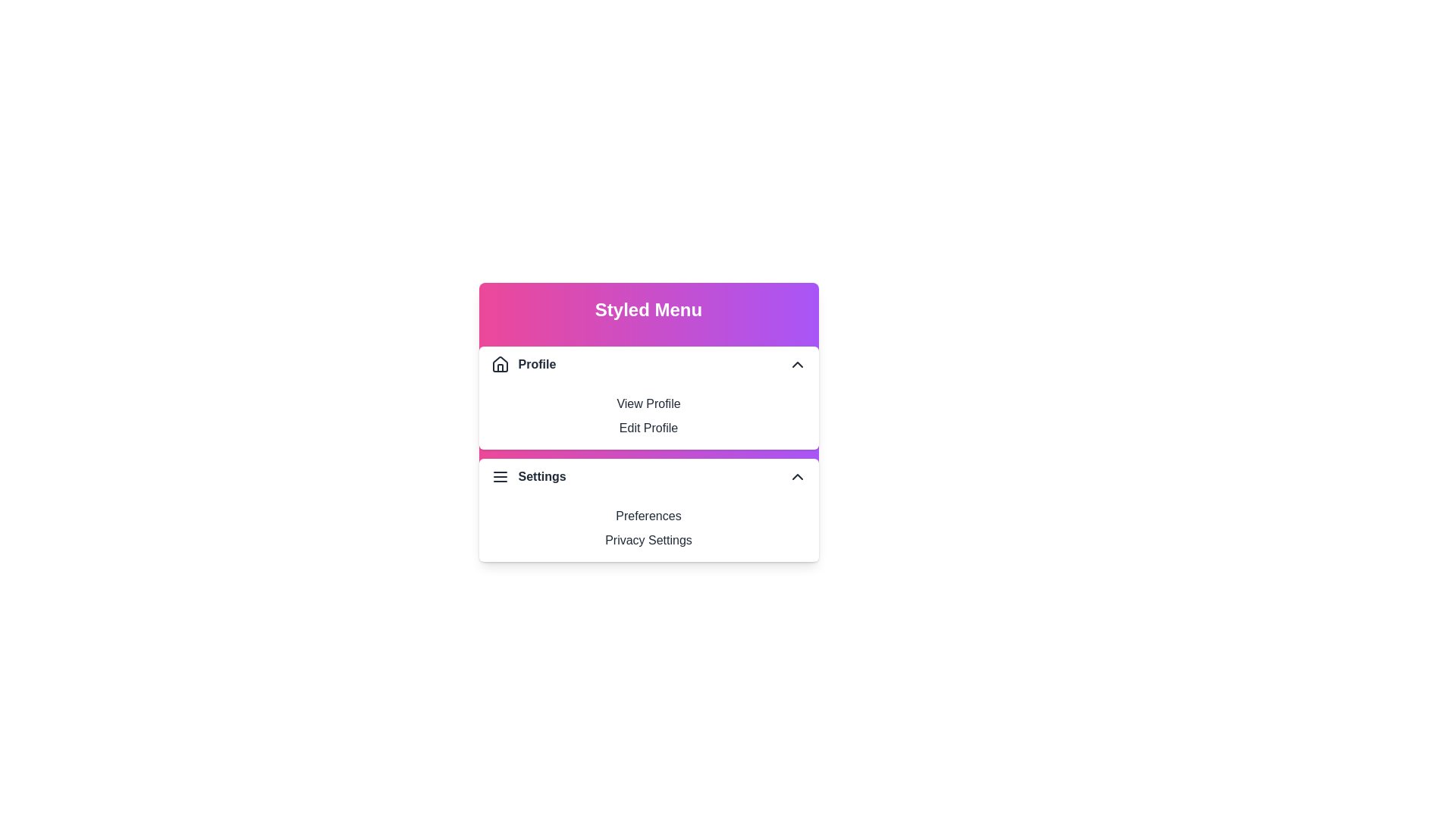 The width and height of the screenshot is (1456, 819). What do you see at coordinates (648, 540) in the screenshot?
I see `the menu option Privacy Settings from the StyledMenu` at bounding box center [648, 540].